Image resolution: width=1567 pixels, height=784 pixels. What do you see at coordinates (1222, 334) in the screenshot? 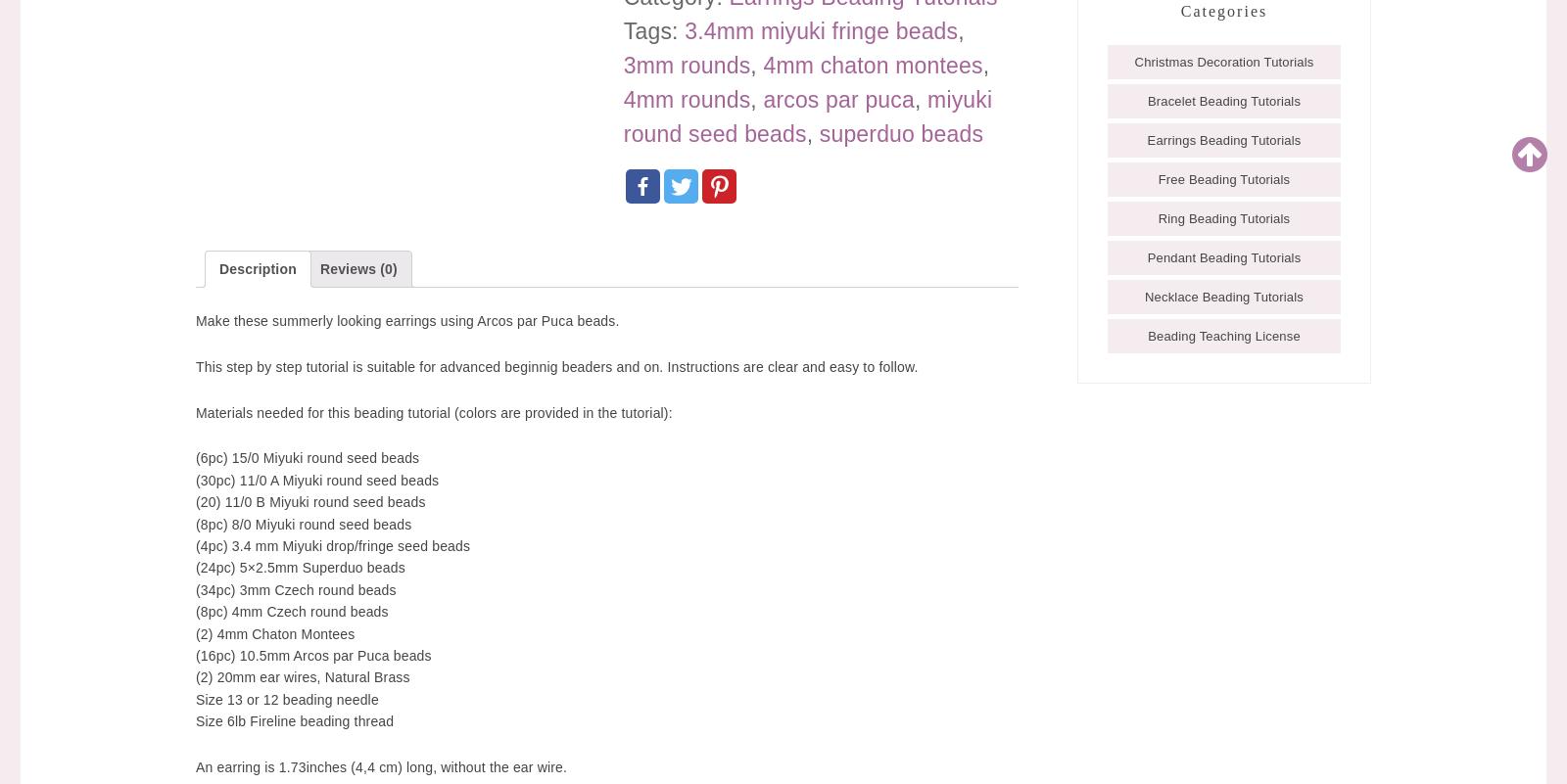
I see `'Beading Teaching License'` at bounding box center [1222, 334].